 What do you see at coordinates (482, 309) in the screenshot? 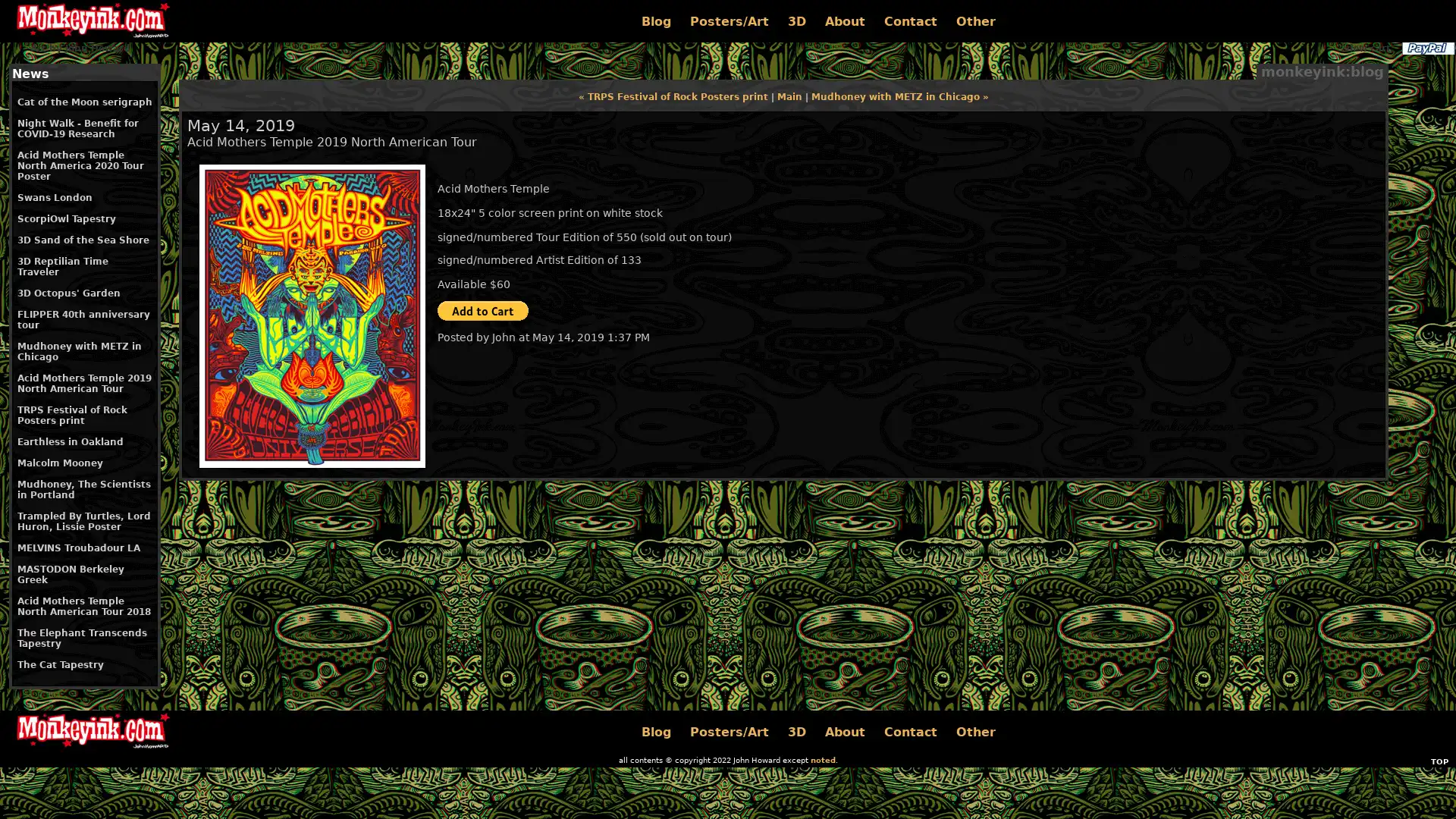
I see `PayPal - The safer, easier way to pay online!` at bounding box center [482, 309].